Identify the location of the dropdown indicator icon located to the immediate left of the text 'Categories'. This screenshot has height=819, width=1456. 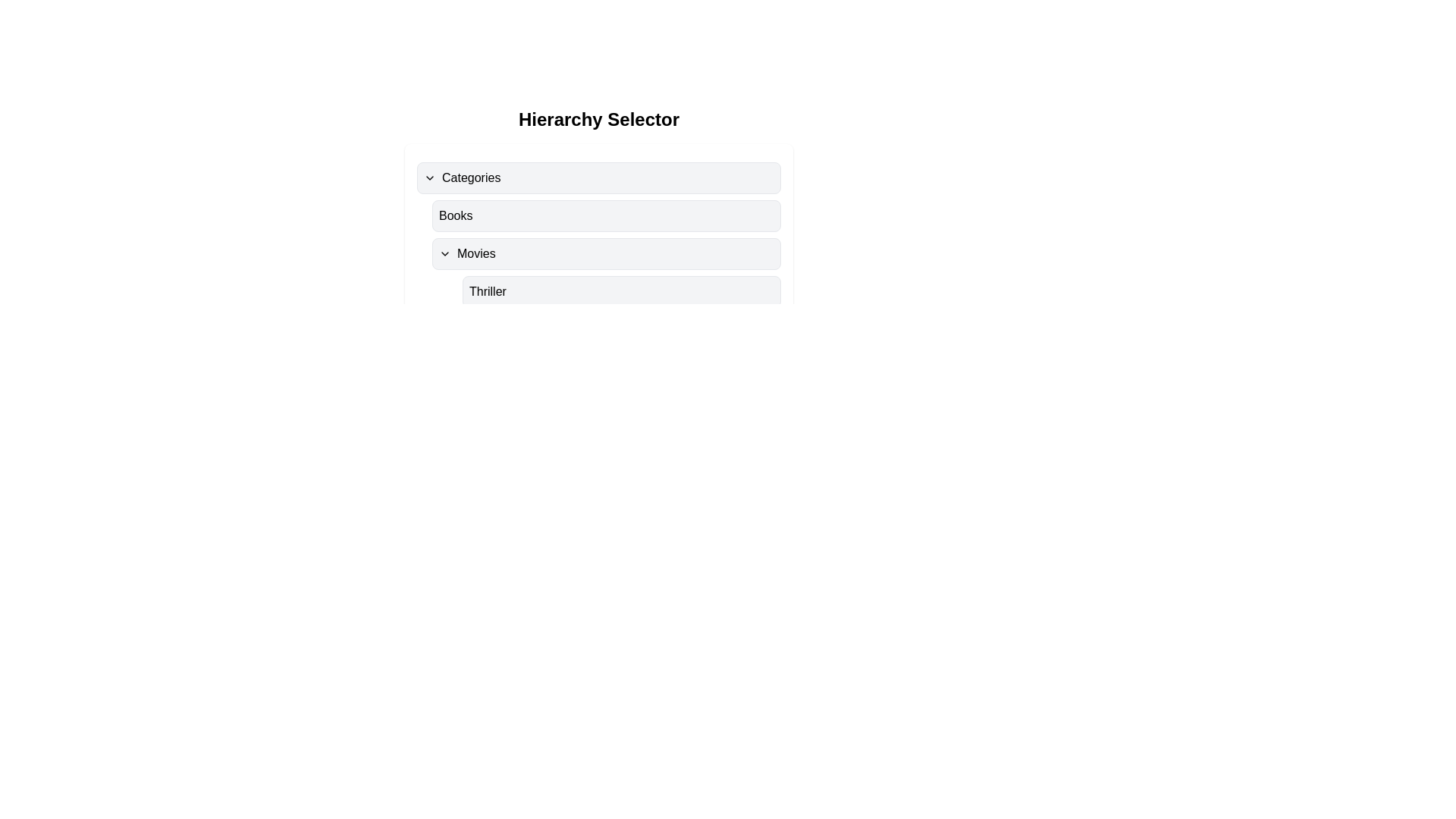
(428, 177).